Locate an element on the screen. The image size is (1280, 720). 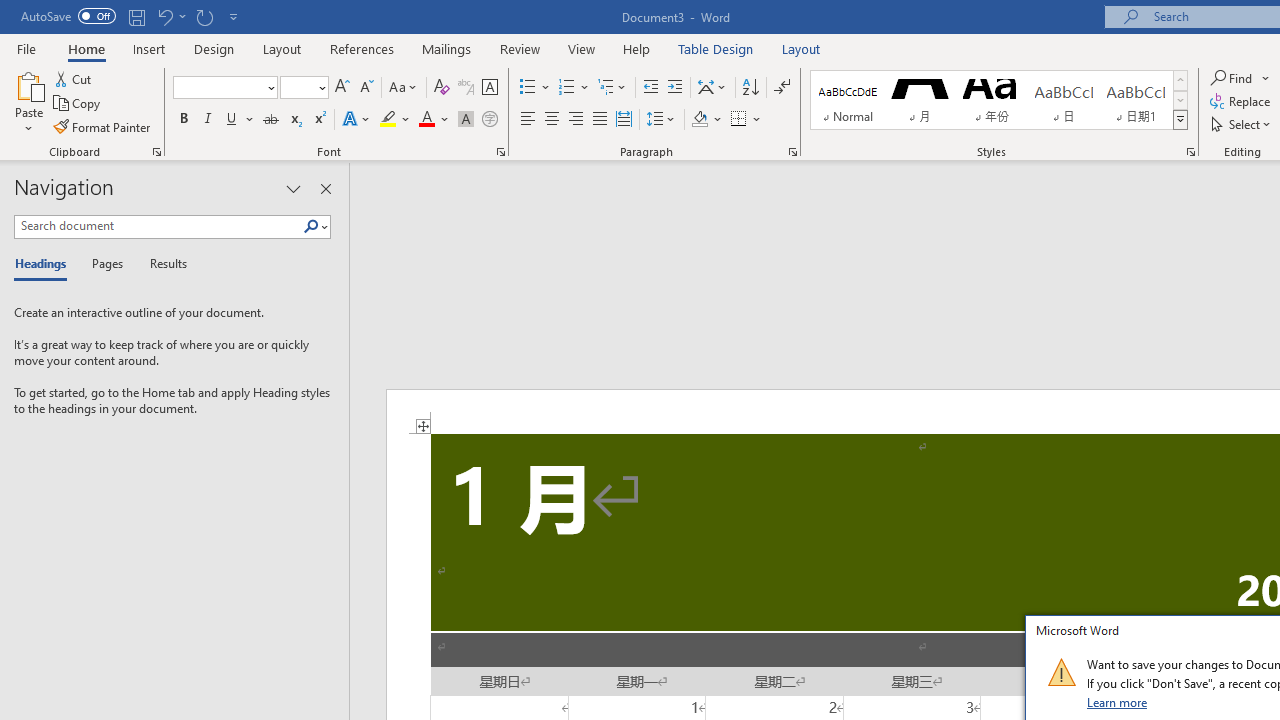
'Grow Font' is located at coordinates (342, 86).